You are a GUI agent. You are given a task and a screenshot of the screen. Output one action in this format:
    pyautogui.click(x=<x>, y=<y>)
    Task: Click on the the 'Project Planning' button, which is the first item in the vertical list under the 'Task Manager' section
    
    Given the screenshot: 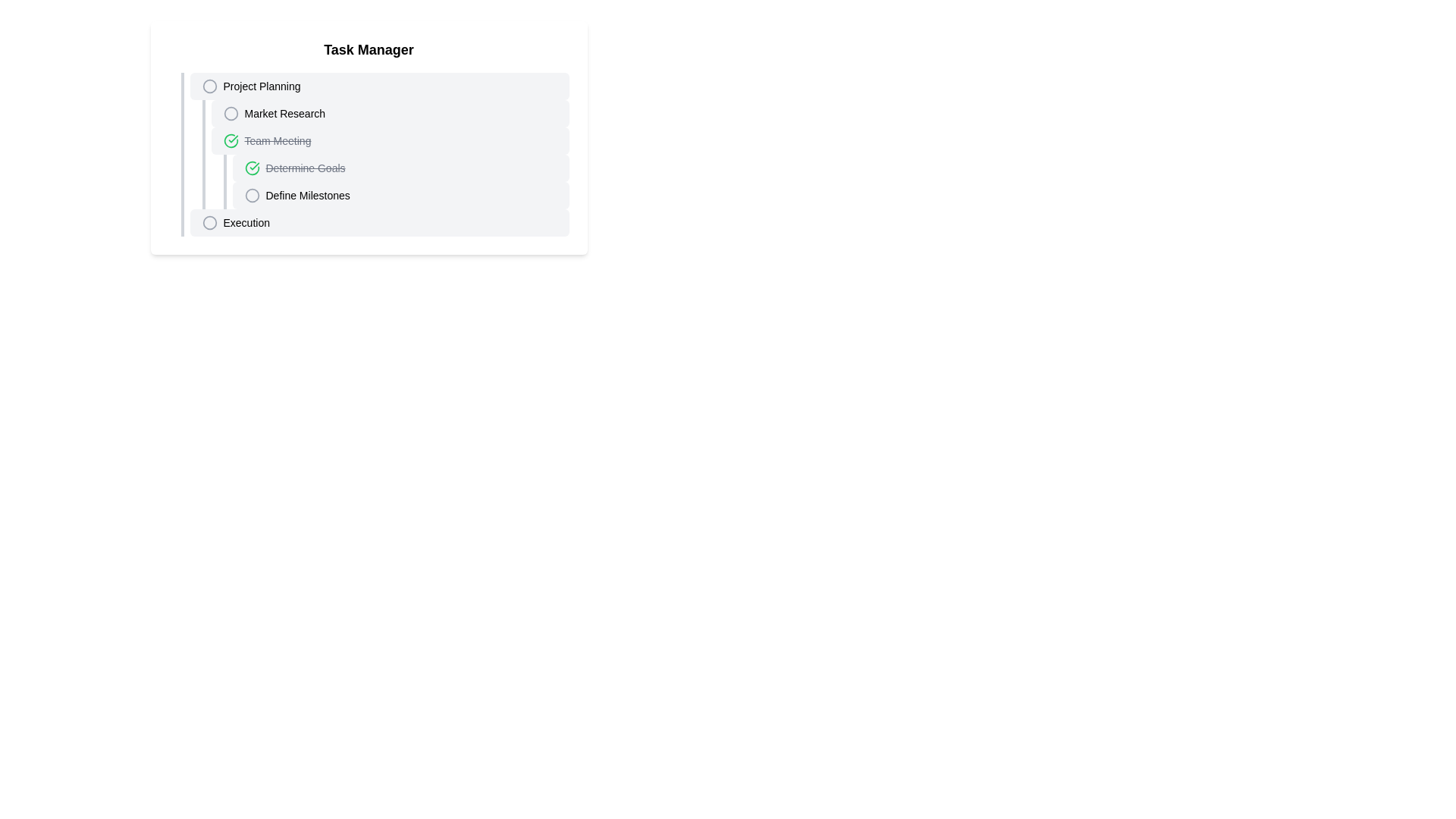 What is the action you would take?
    pyautogui.click(x=379, y=86)
    